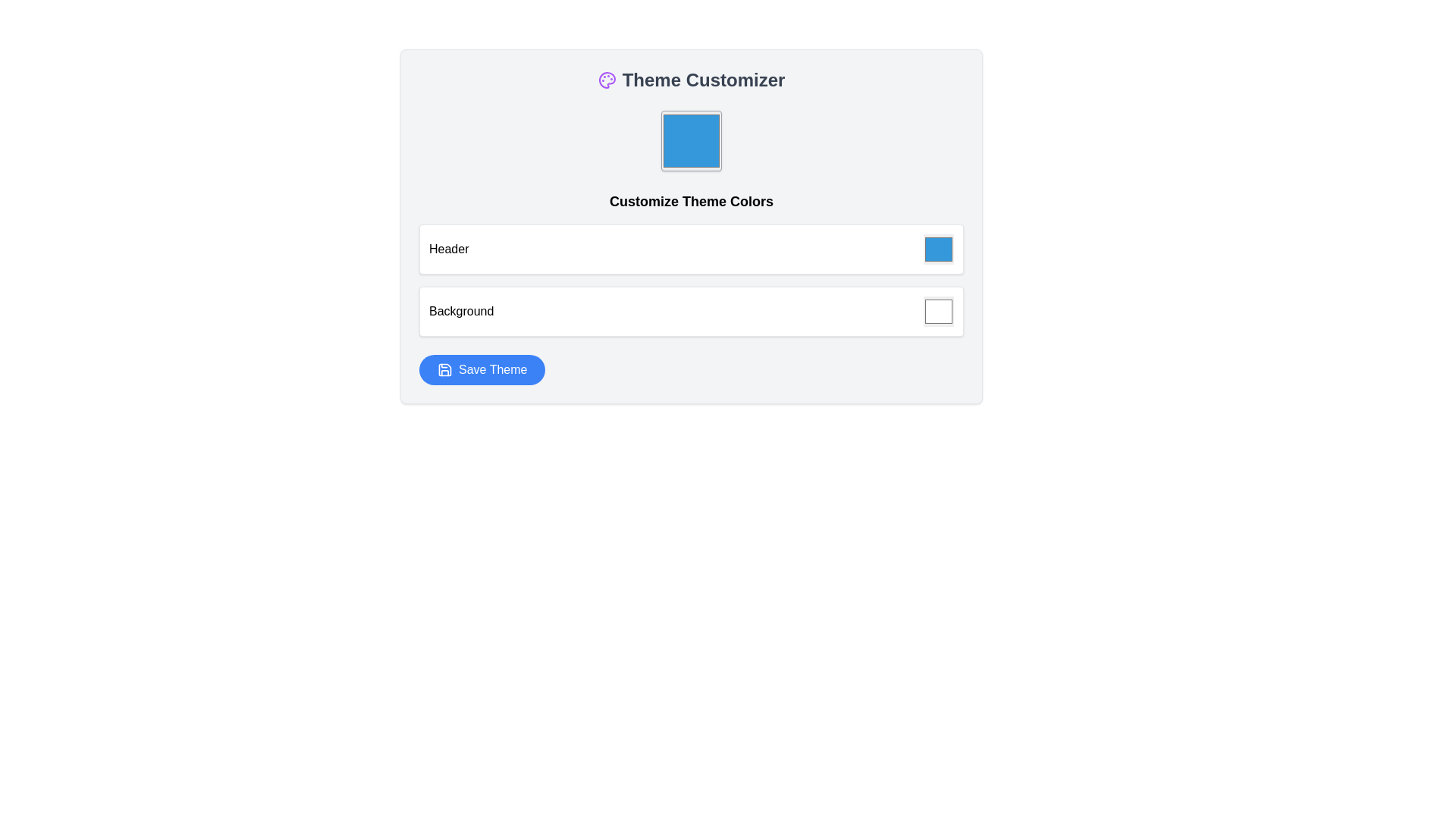  What do you see at coordinates (691, 201) in the screenshot?
I see `the text label that reads 'Customize Theme Colors', which is a prominent section heading in bold black font on a white background, located below the central blue color preview in the upper middle of the interface panel` at bounding box center [691, 201].